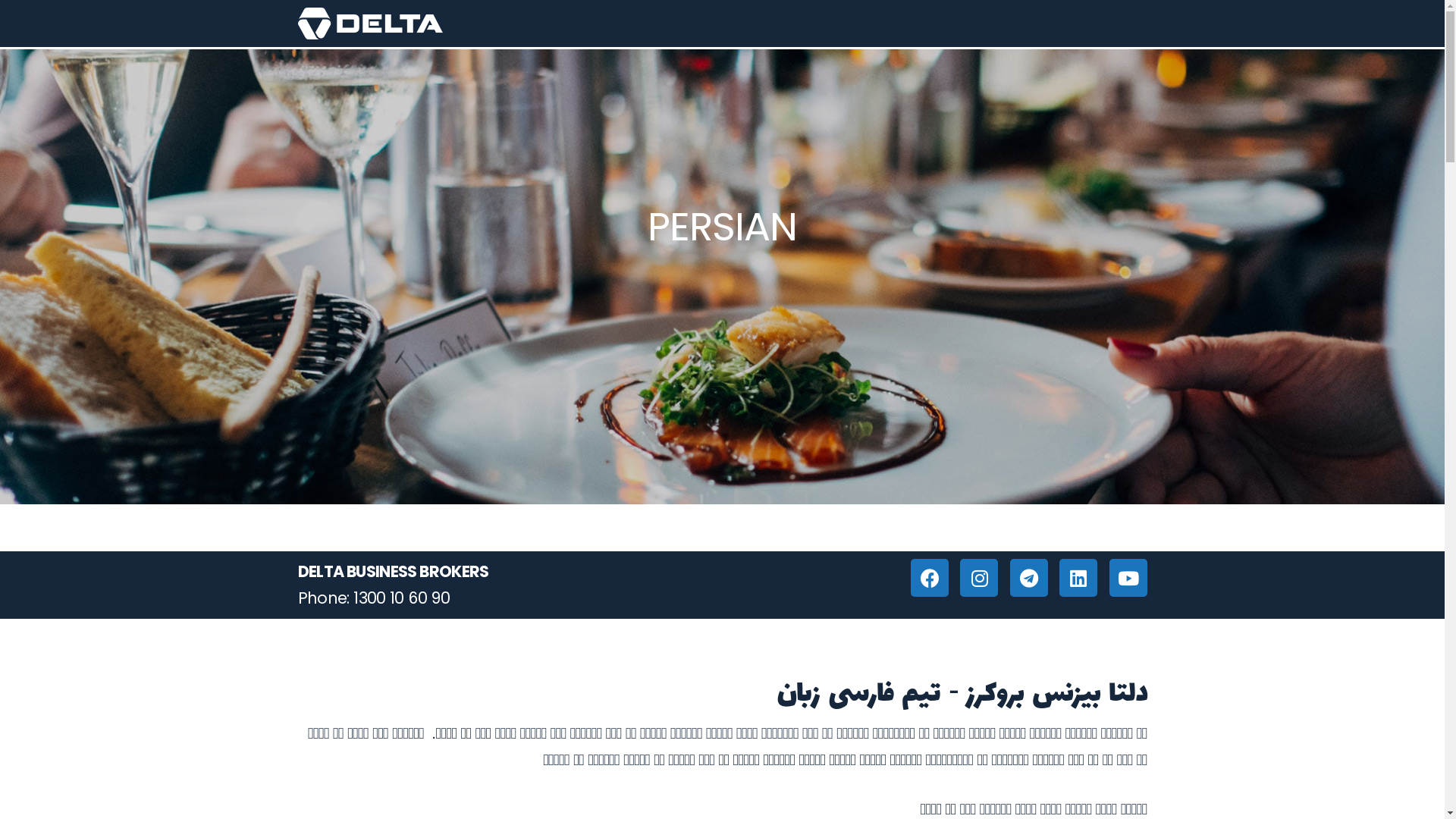 This screenshot has height=819, width=1456. What do you see at coordinates (370, 23) in the screenshot?
I see `'Delta Business Brokers'` at bounding box center [370, 23].